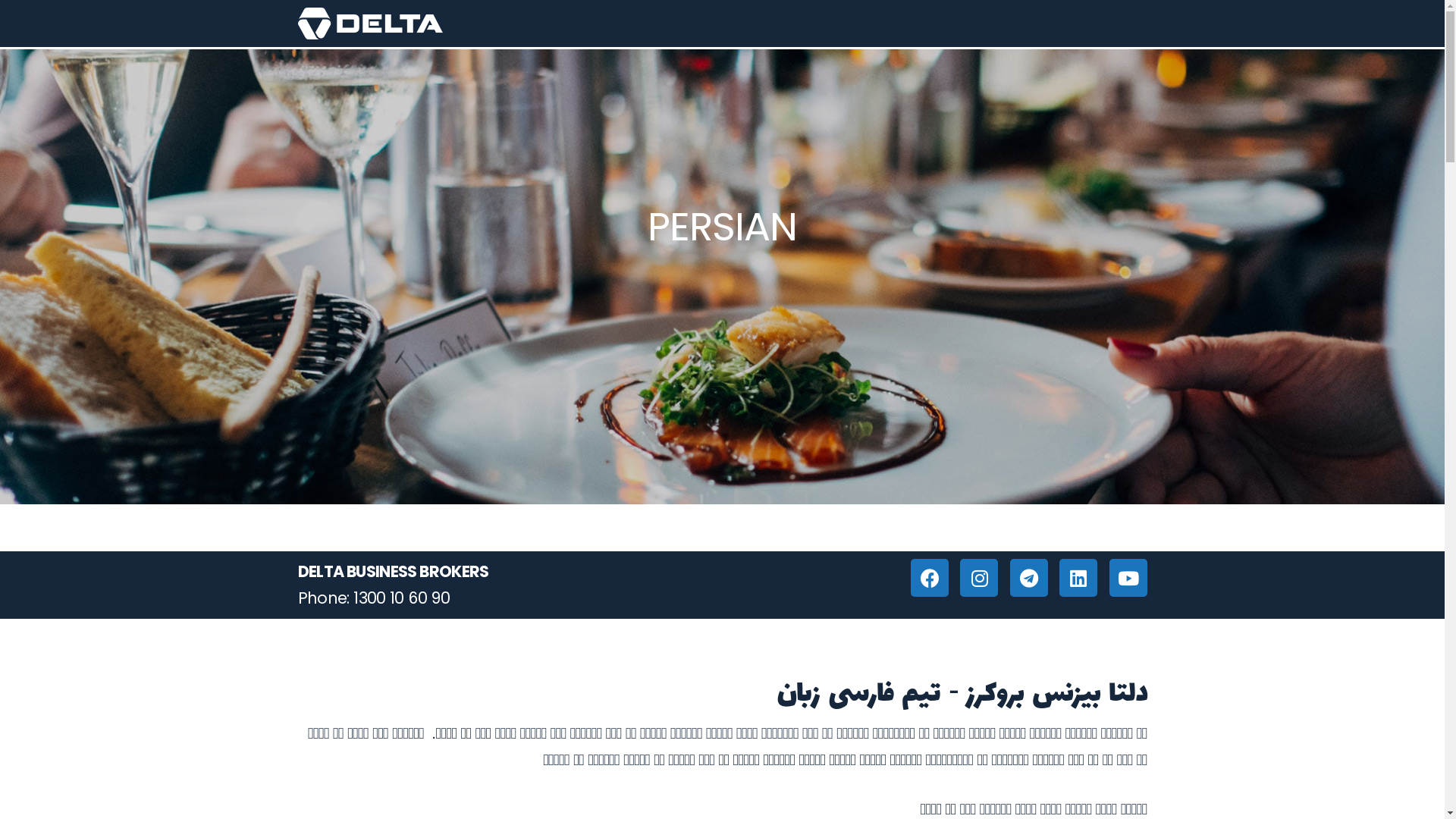 This screenshot has height=819, width=1456. What do you see at coordinates (370, 23) in the screenshot?
I see `'Delta Business Brokers'` at bounding box center [370, 23].